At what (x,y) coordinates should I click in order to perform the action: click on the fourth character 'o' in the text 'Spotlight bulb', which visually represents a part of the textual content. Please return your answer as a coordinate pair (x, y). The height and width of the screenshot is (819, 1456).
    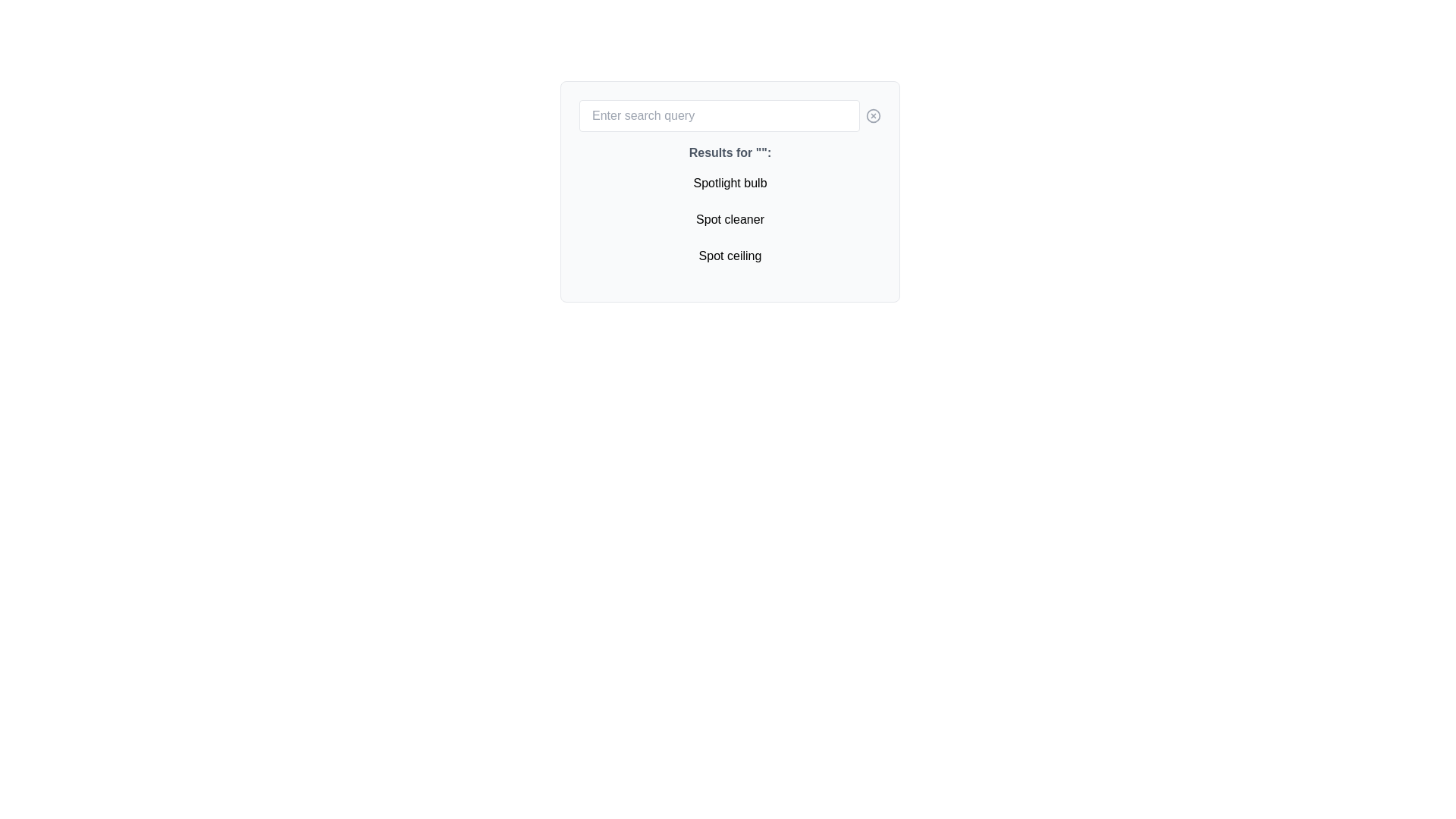
    Looking at the image, I should click on (711, 182).